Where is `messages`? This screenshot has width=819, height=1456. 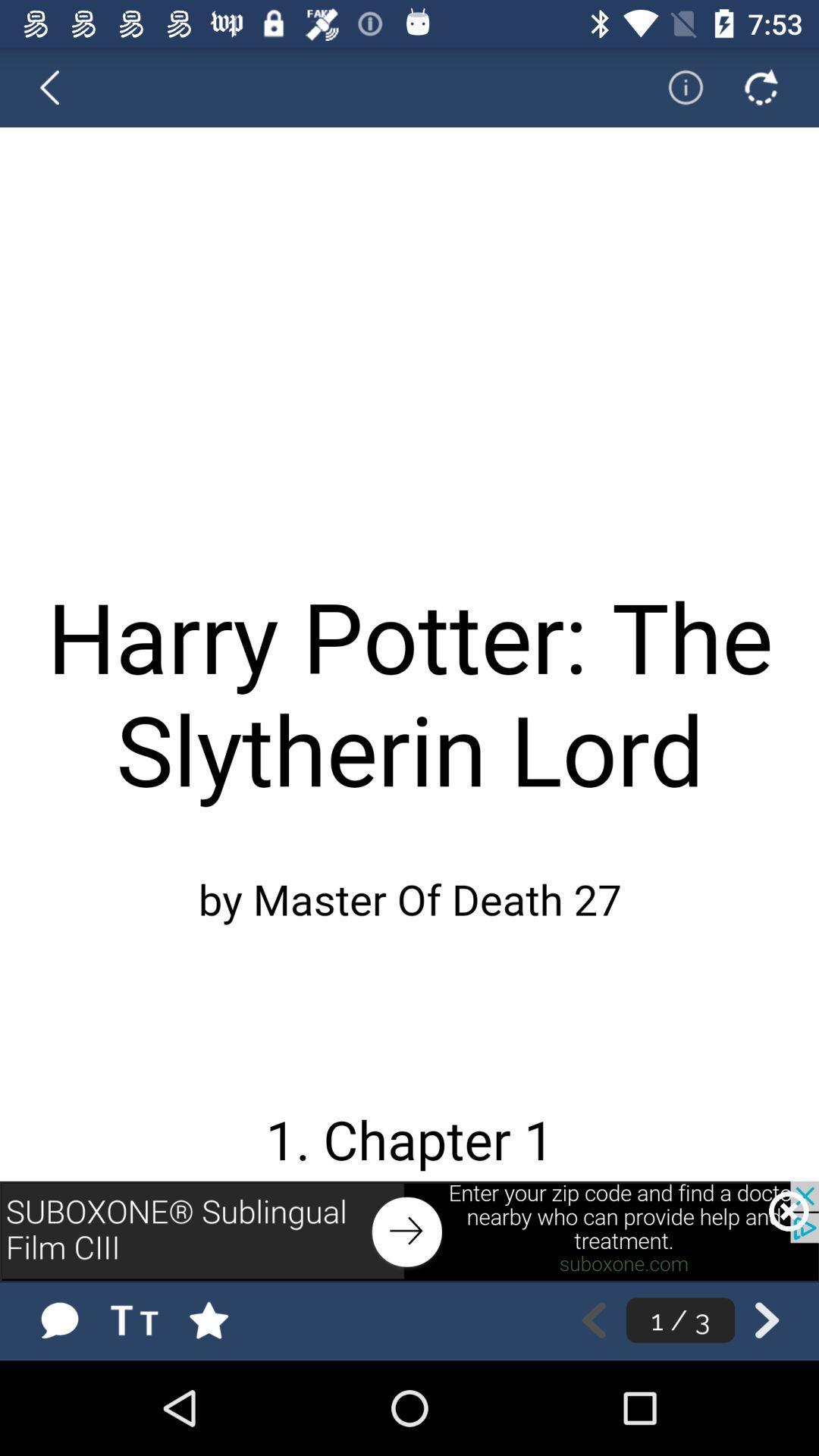
messages is located at coordinates (58, 1319).